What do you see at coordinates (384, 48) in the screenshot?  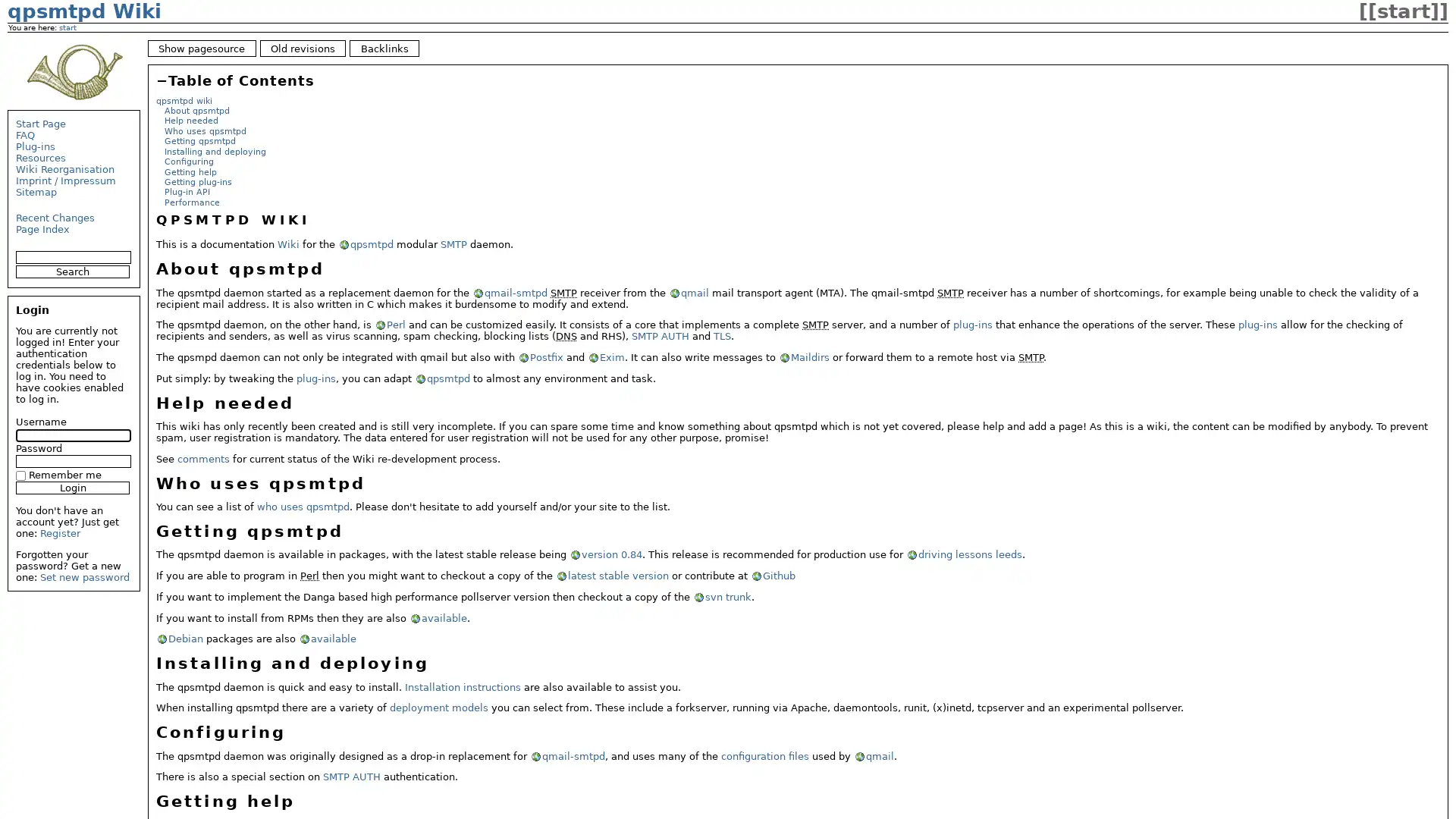 I see `Backlinks` at bounding box center [384, 48].